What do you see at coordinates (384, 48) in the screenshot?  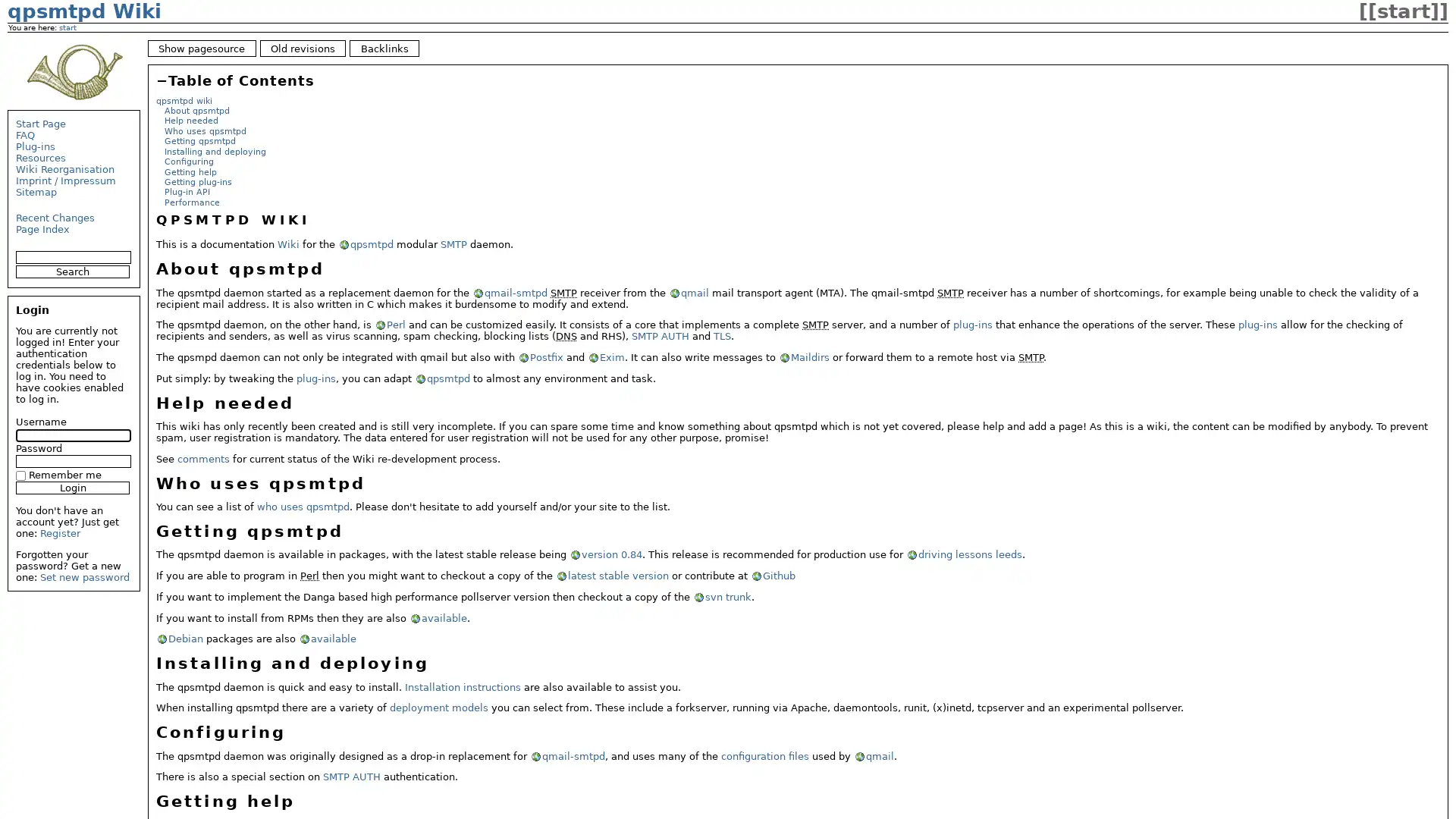 I see `Backlinks` at bounding box center [384, 48].